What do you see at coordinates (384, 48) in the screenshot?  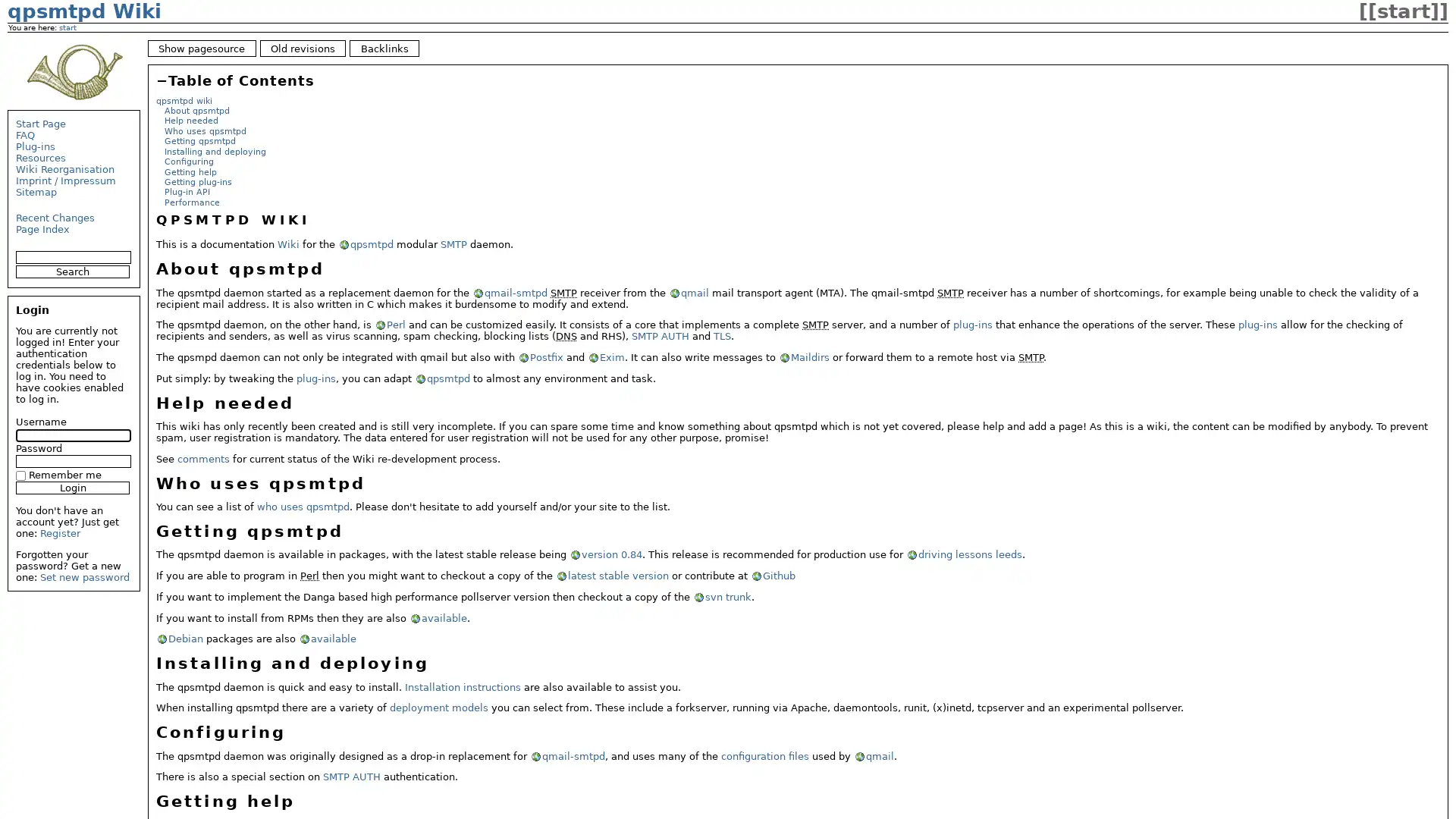 I see `Backlinks` at bounding box center [384, 48].